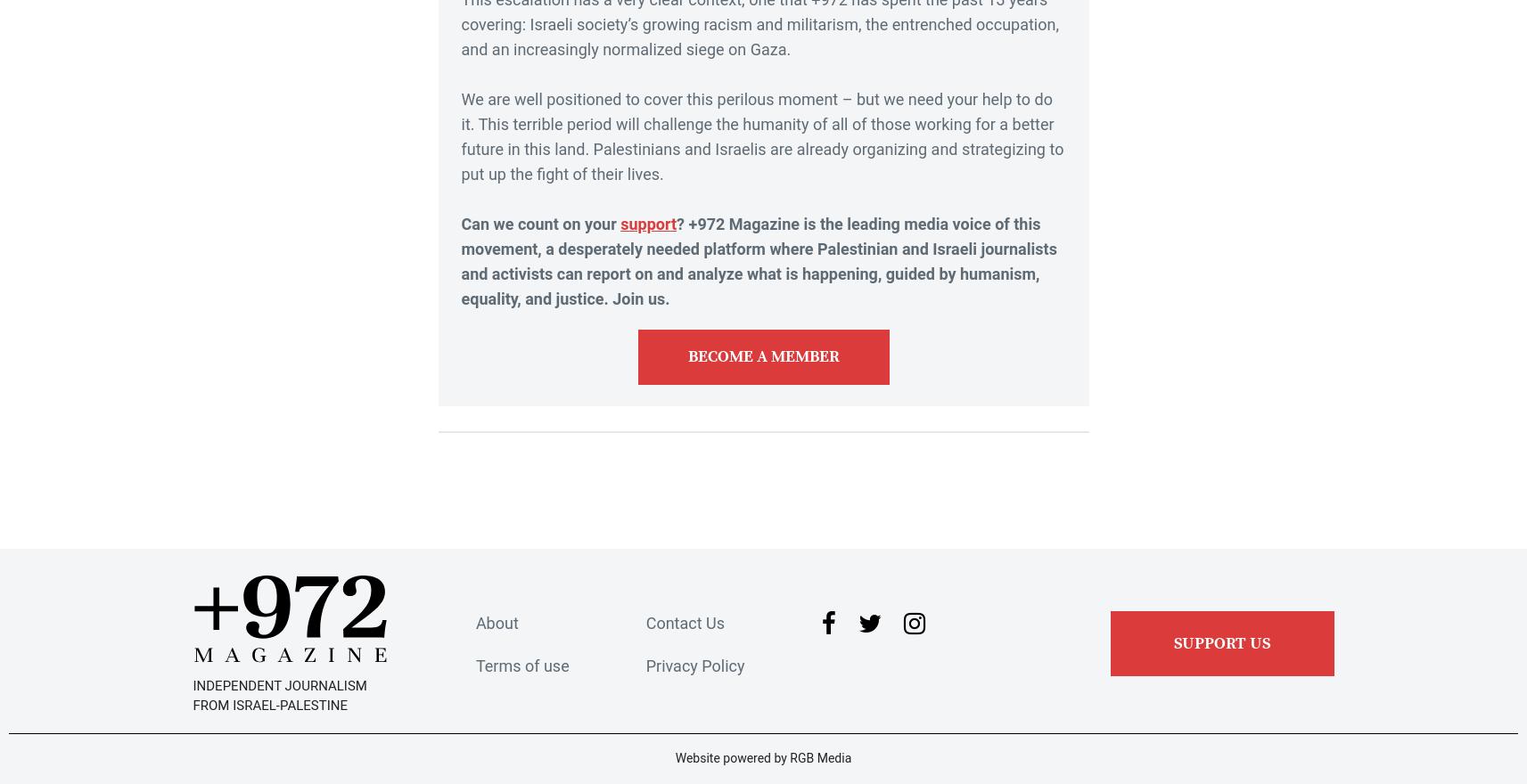 The image size is (1527, 784). I want to click on 'FROM ISRAEL-PALESTINE', so click(269, 706).